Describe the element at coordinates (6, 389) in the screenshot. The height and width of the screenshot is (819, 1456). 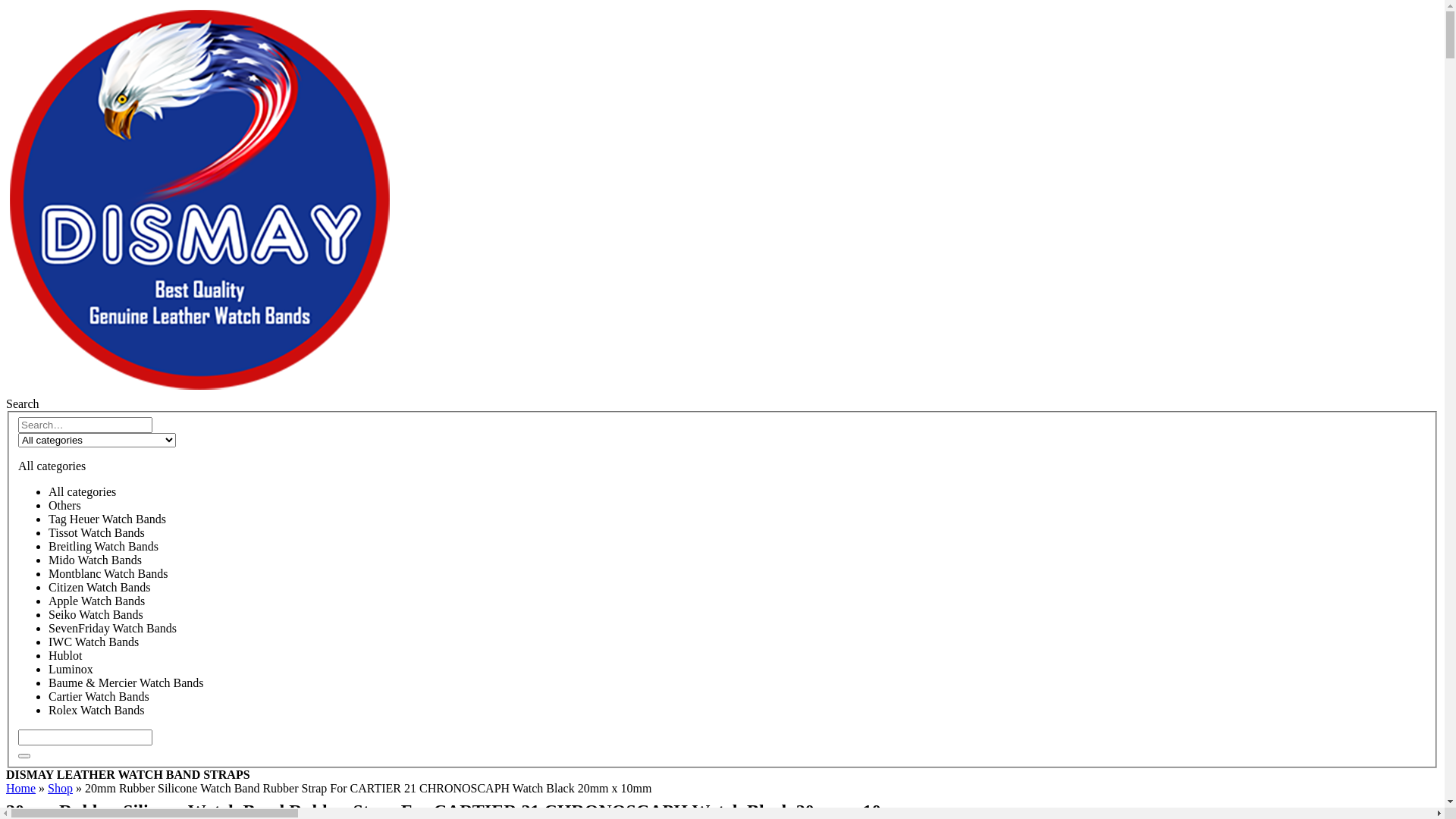
I see `'Watch Bands - Dismay Replacement Leather Watch Bands'` at that location.